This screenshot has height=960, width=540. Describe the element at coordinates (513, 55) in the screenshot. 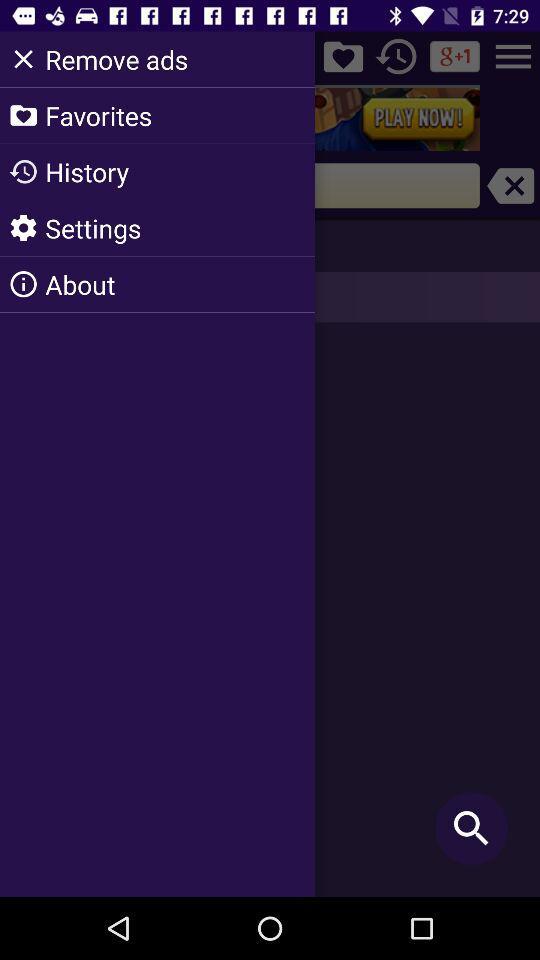

I see `the menu icon` at that location.